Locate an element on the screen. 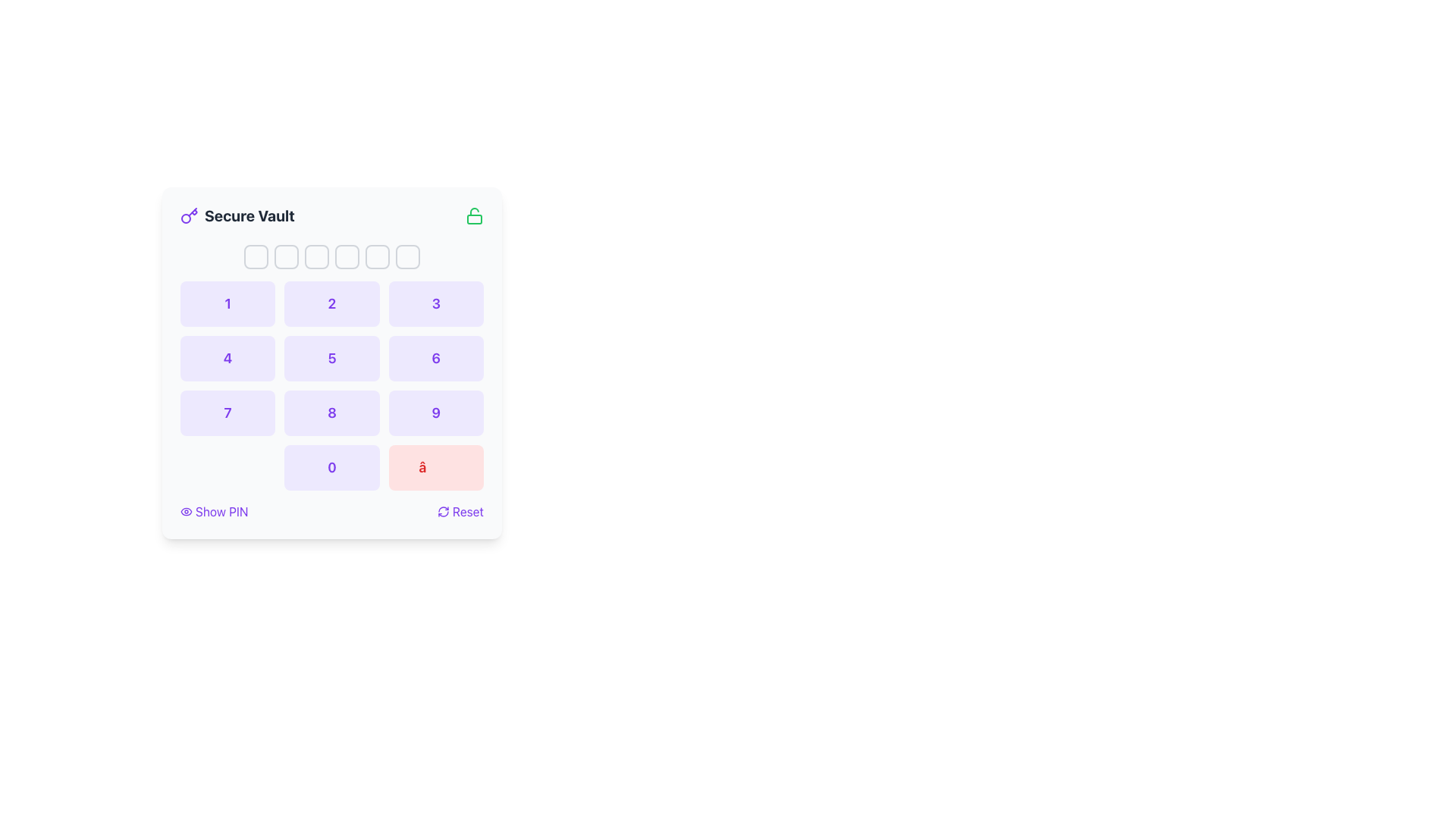 The image size is (1456, 819). the button representing the numeric value '1' located in the first row and first column of the keypad interface in the 'Secure Vault' section to input the numeric value '1' is located at coordinates (227, 304).